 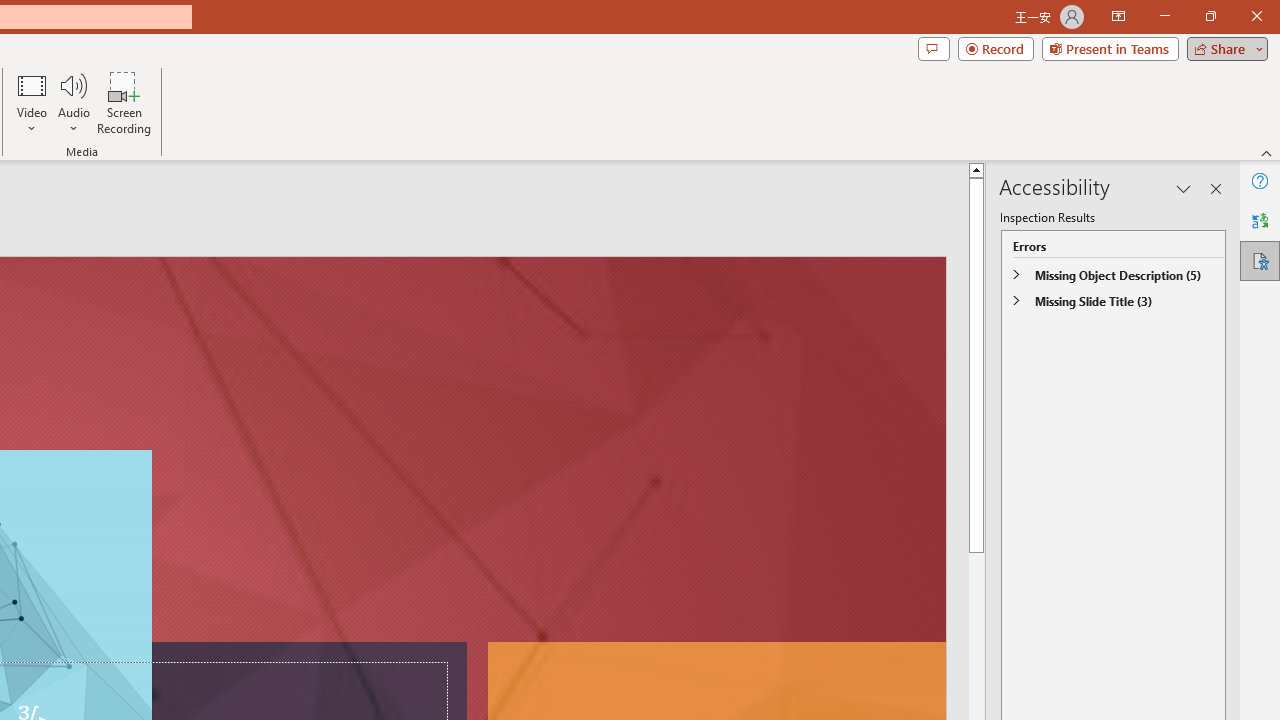 I want to click on 'Minimize', so click(x=1164, y=16).